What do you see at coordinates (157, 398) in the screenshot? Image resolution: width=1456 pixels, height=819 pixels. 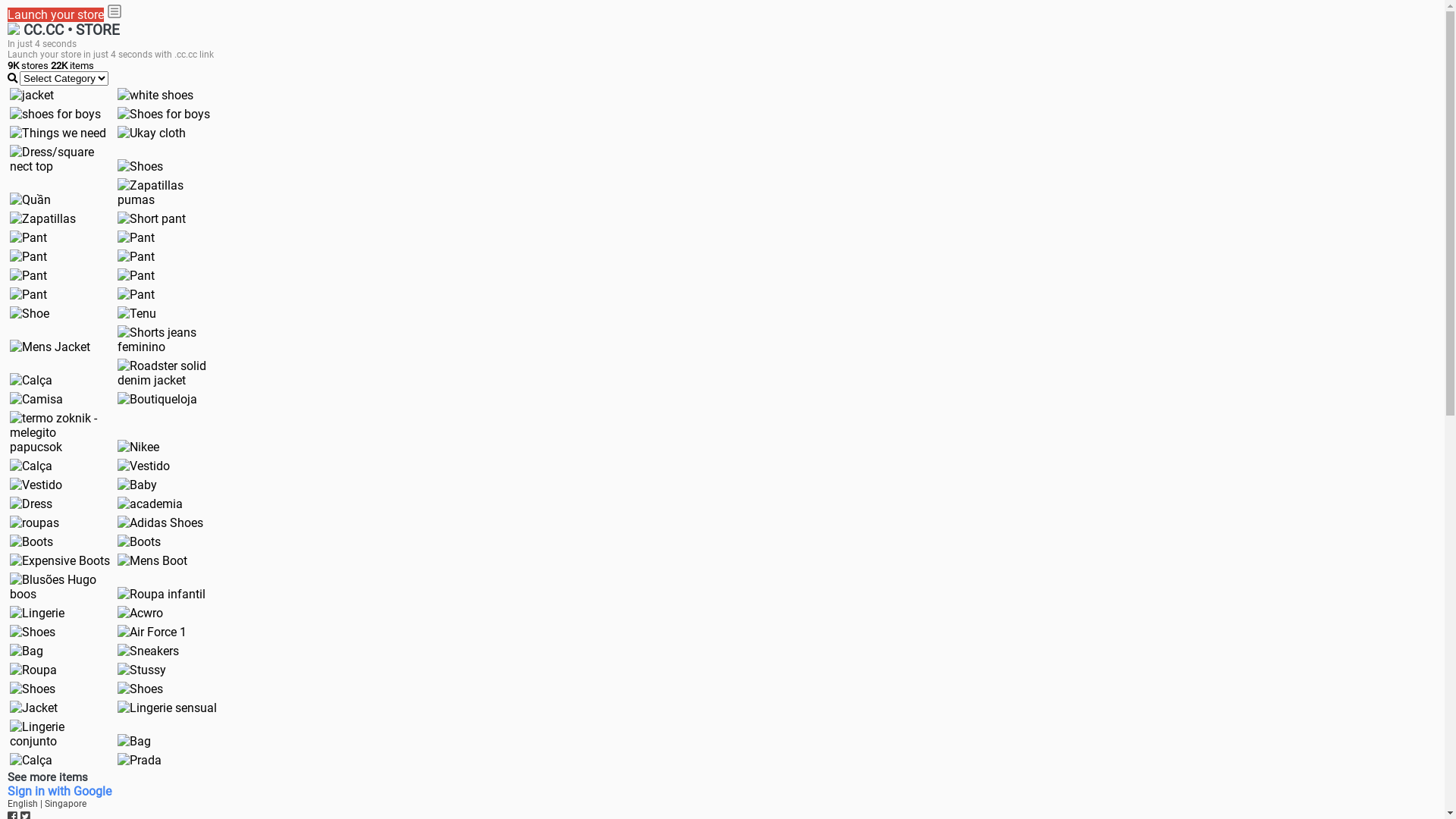 I see `'Boutiqueloja'` at bounding box center [157, 398].